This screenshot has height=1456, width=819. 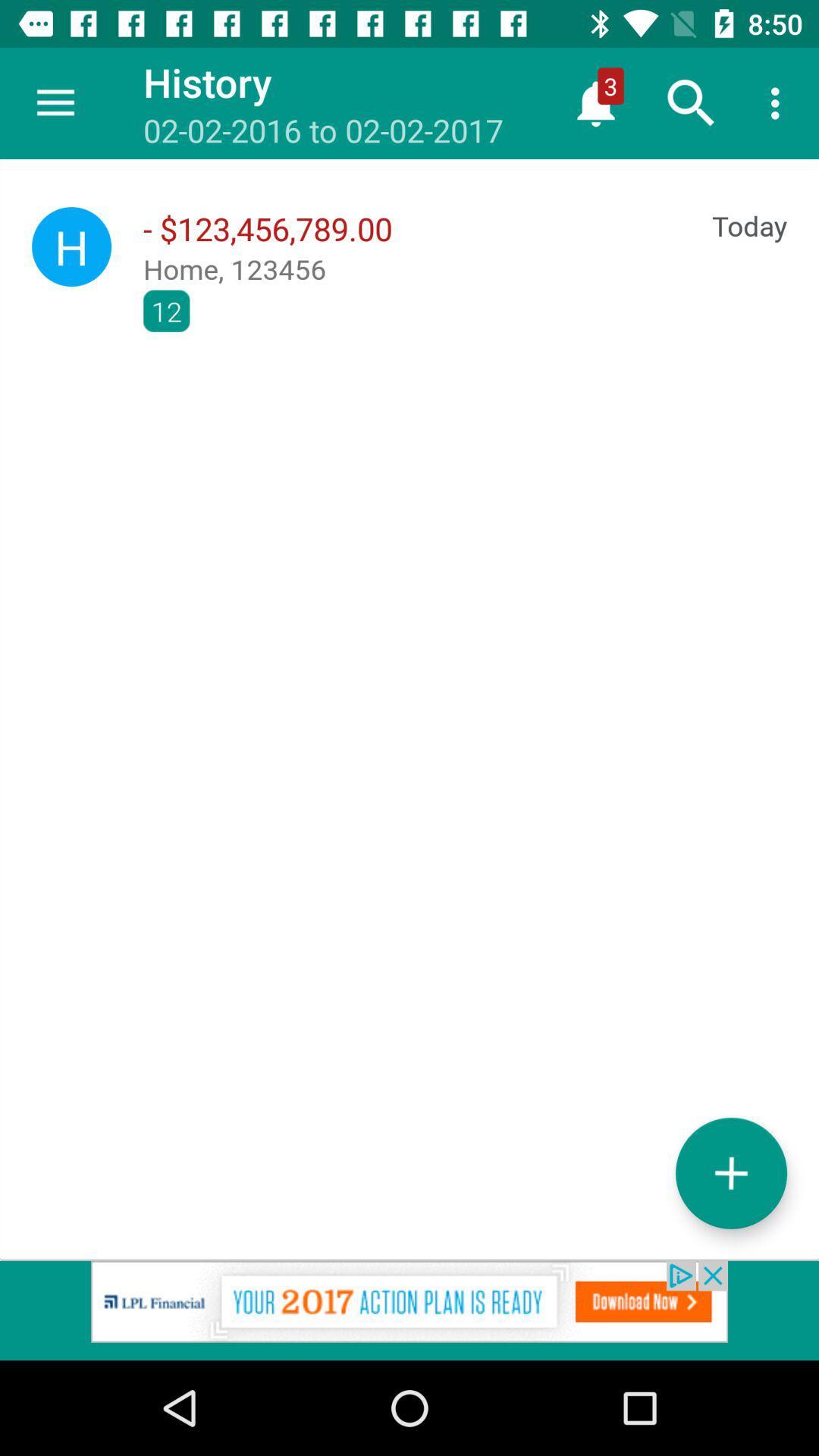 I want to click on more options, so click(x=730, y=1172).